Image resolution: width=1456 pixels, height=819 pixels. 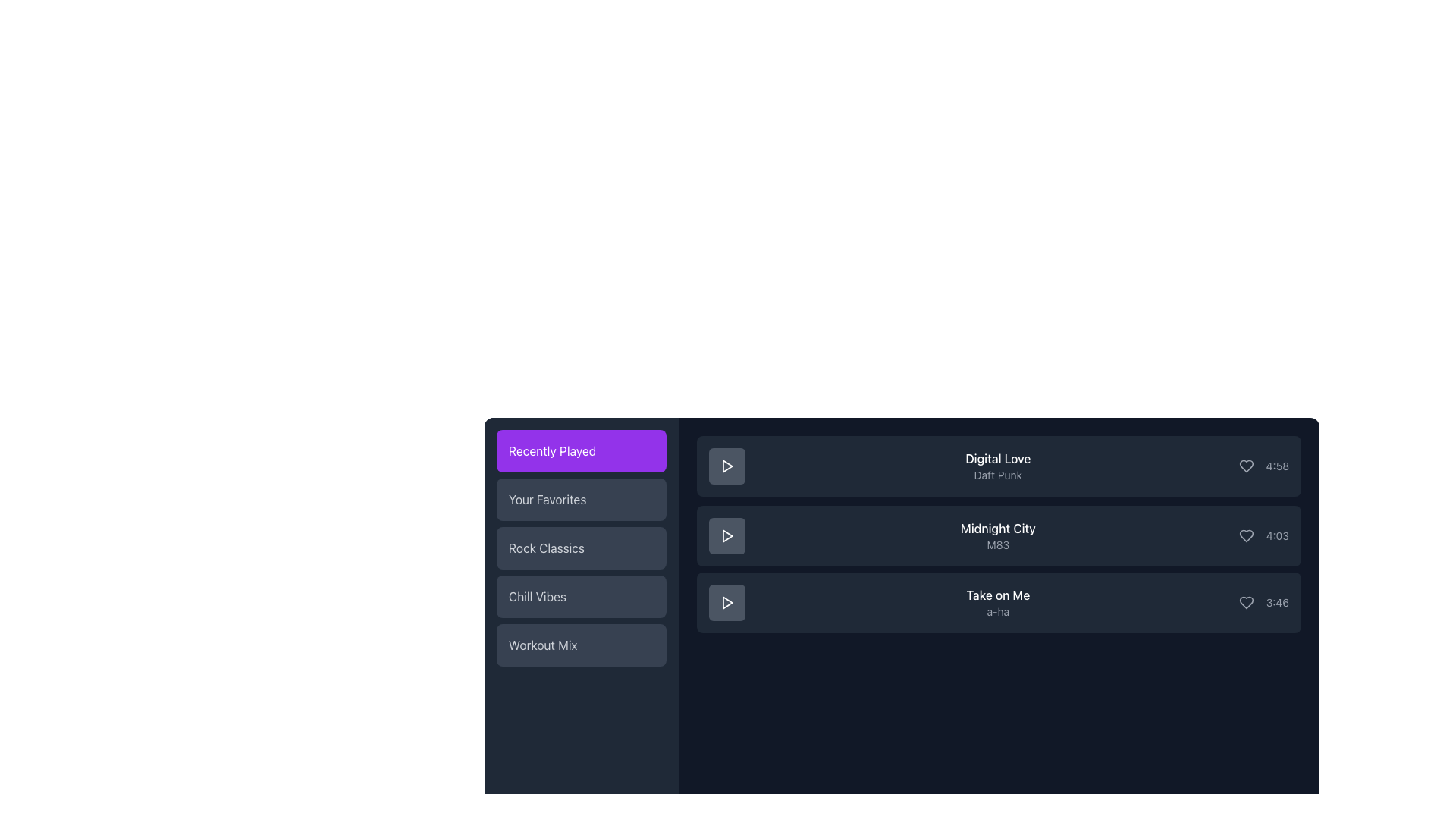 I want to click on the song title and artist display, which is the first song block in the horizontal list, located to the right of the play button and to the left of the duration text '4:58', so click(x=998, y=465).